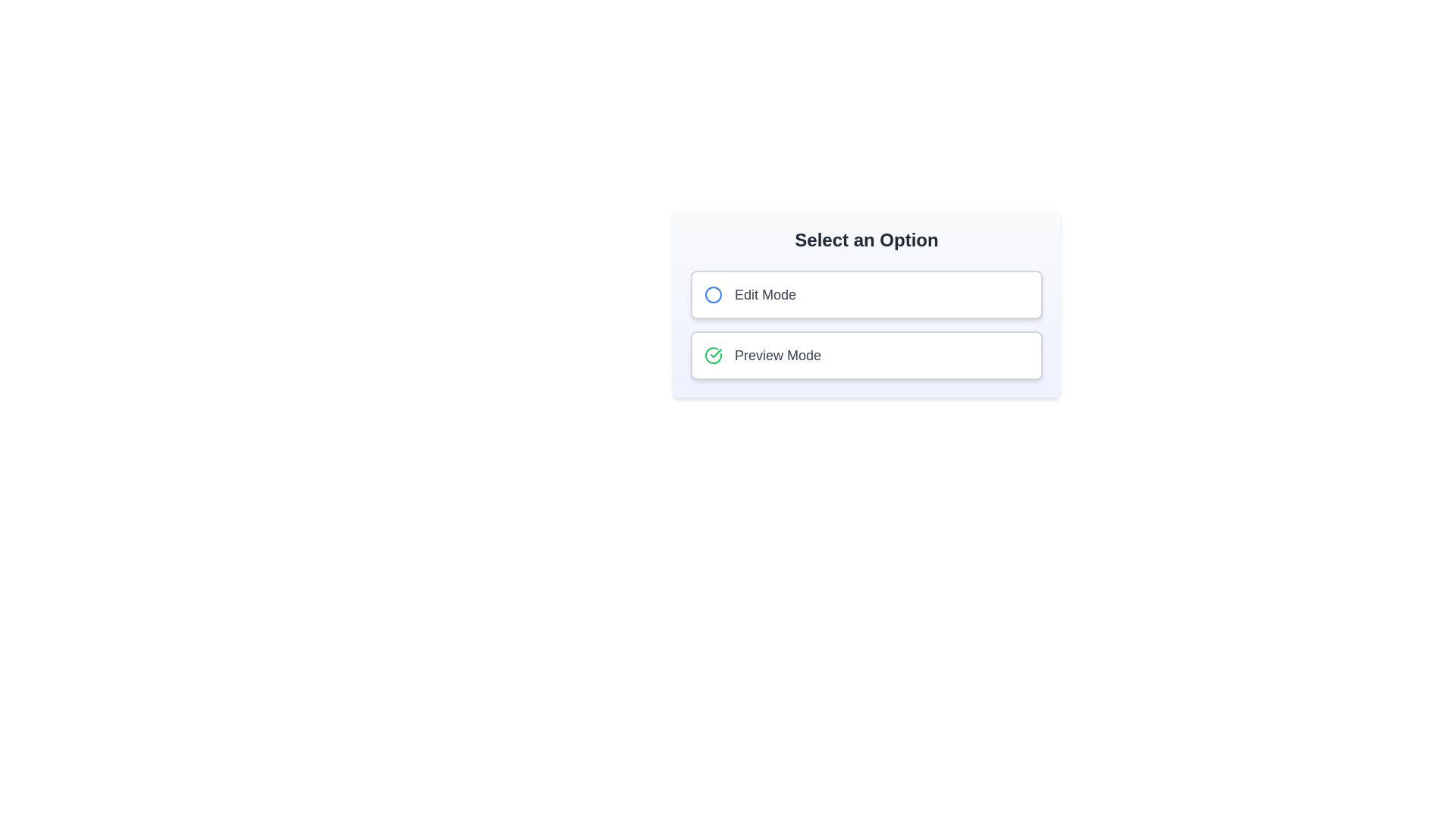 The width and height of the screenshot is (1456, 819). Describe the element at coordinates (765, 295) in the screenshot. I see `the label for the first selectable option in the 'Select an Option' menu, which is aligned with 'Preview Mode' and located to the right of a circular blue icon` at that location.